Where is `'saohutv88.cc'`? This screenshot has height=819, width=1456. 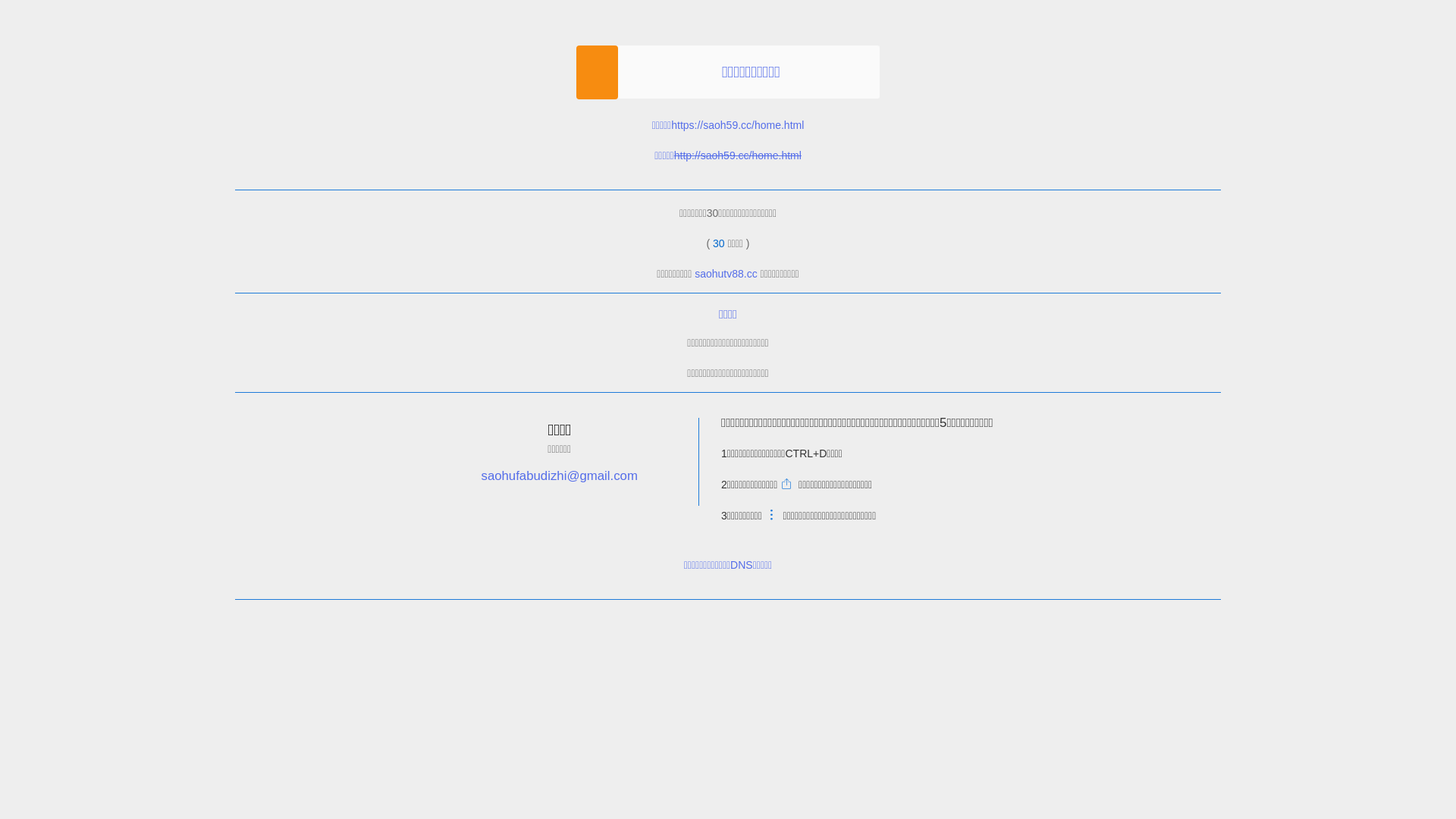
'saohutv88.cc' is located at coordinates (725, 274).